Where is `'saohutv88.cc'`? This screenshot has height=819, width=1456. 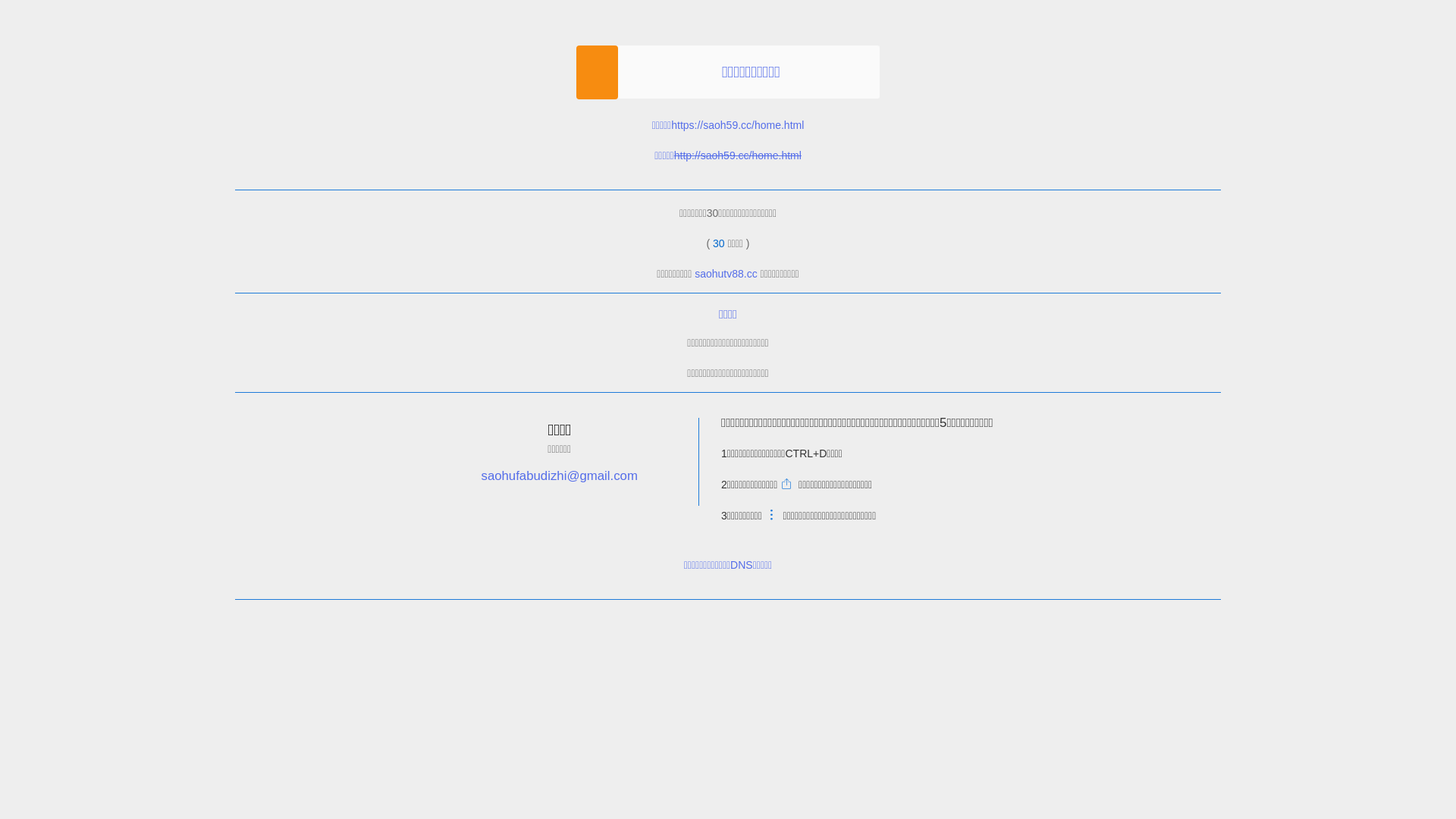
'saohutv88.cc' is located at coordinates (725, 274).